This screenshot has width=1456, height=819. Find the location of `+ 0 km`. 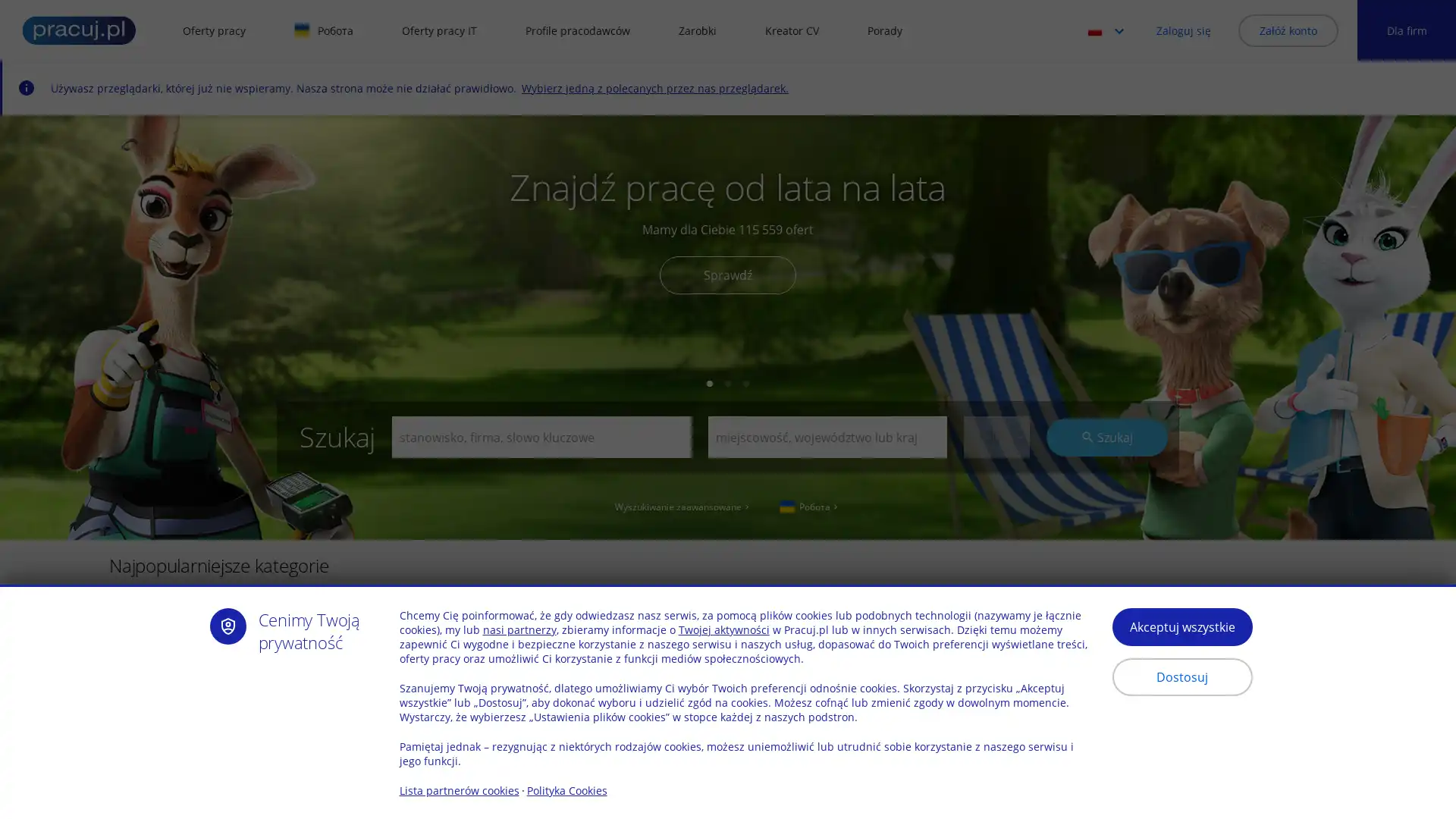

+ 0 km is located at coordinates (996, 468).